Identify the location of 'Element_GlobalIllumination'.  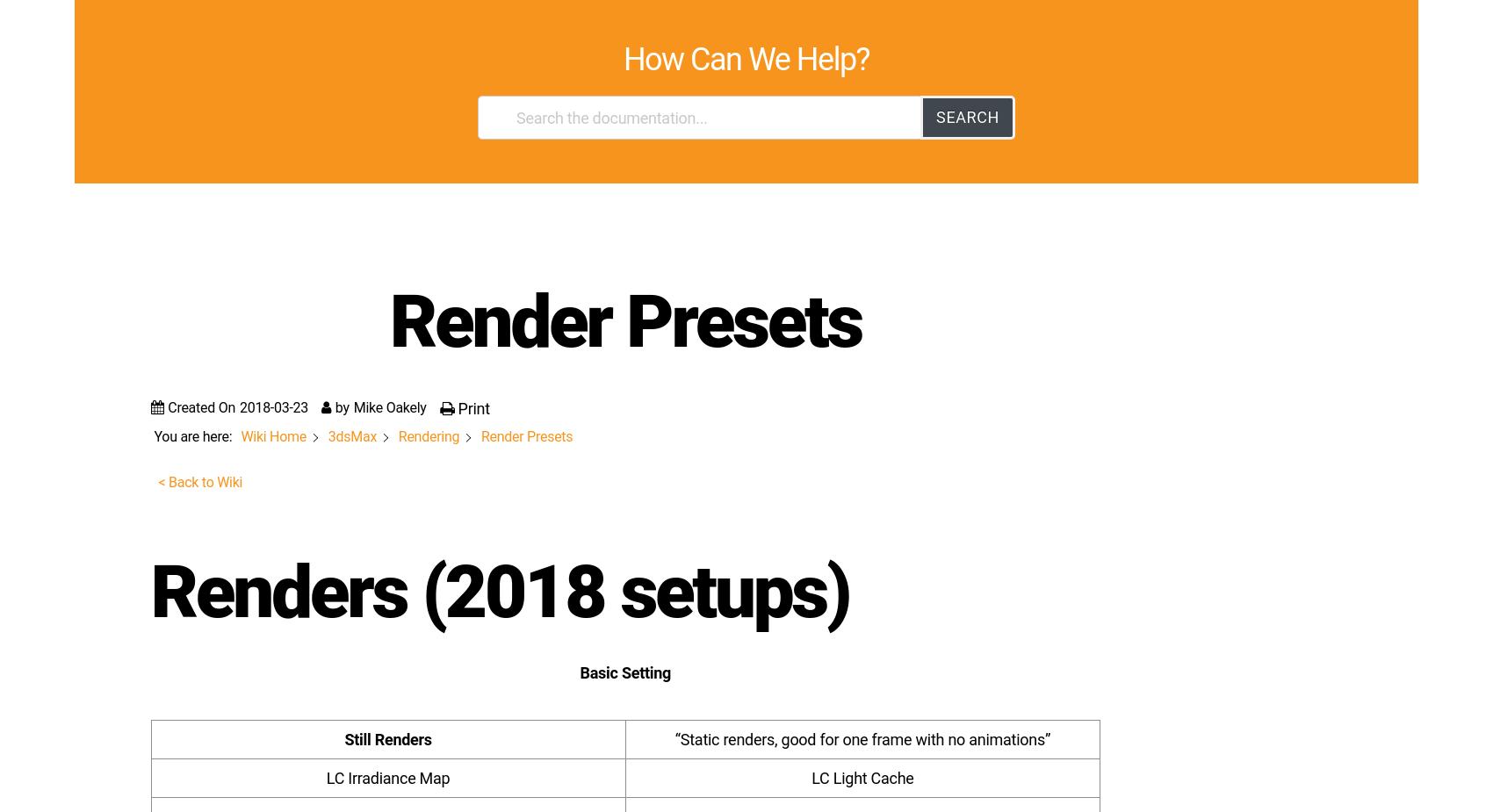
(215, 779).